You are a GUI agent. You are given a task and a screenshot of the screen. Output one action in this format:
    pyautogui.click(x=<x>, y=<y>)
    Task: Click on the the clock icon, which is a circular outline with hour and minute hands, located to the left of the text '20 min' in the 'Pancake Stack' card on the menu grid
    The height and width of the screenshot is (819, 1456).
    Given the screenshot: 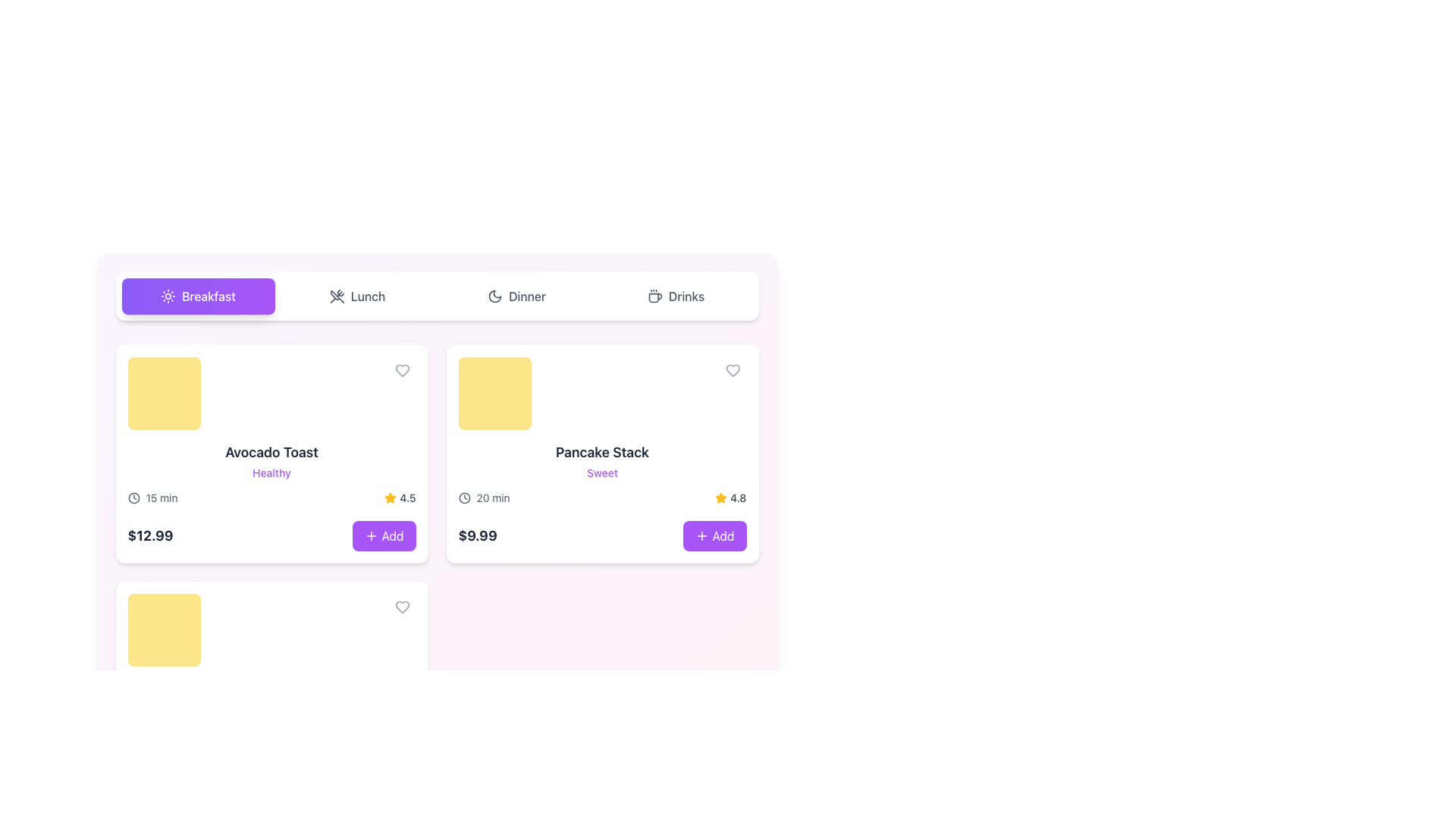 What is the action you would take?
    pyautogui.click(x=463, y=497)
    